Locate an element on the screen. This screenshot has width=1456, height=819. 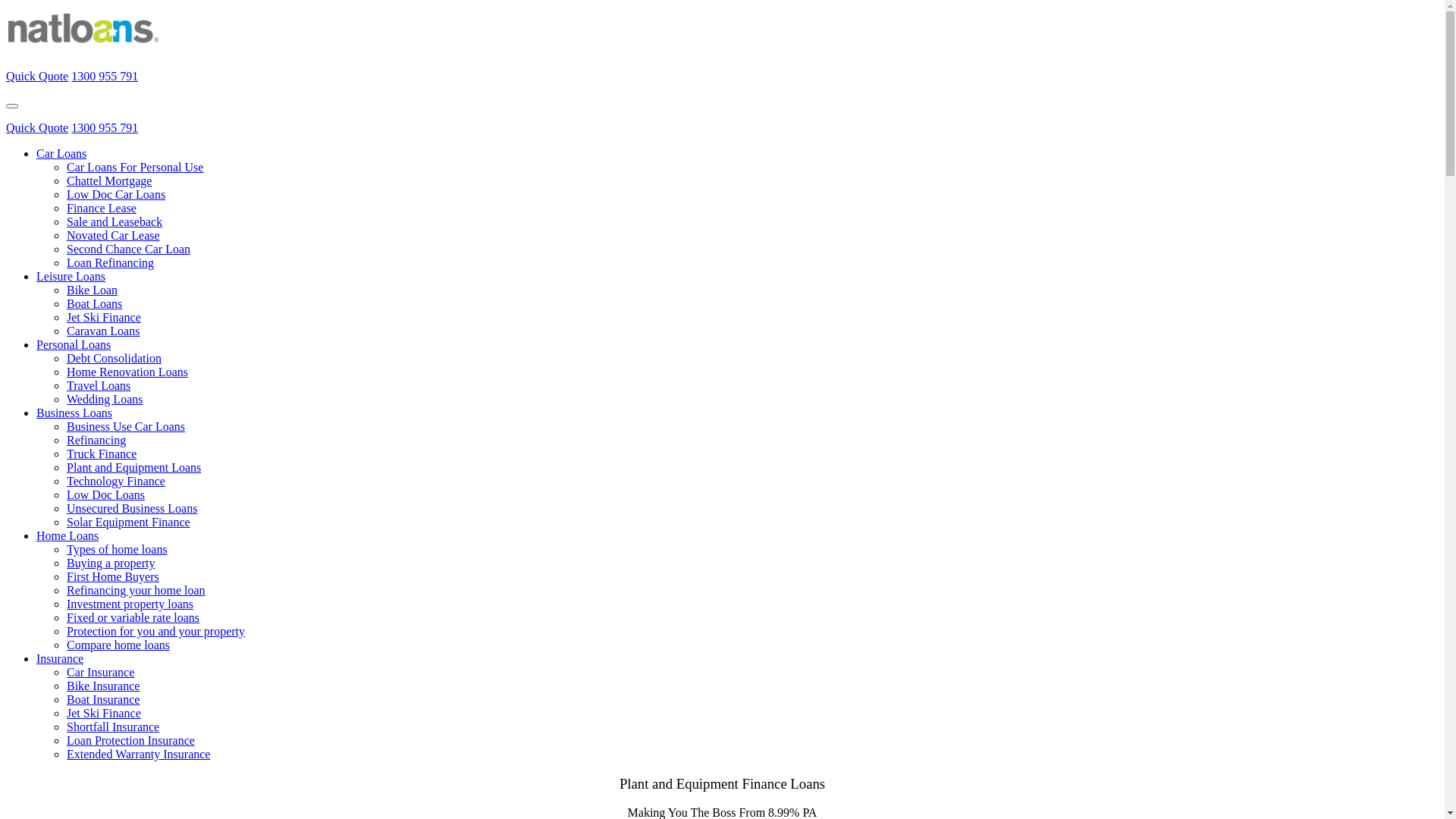
'Personal Loans' is located at coordinates (72, 344).